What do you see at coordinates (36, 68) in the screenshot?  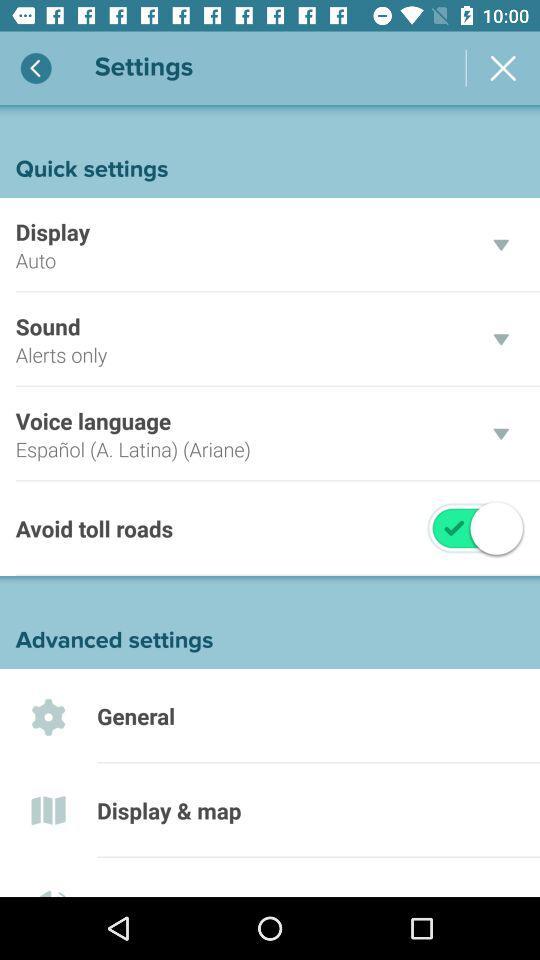 I see `go back` at bounding box center [36, 68].